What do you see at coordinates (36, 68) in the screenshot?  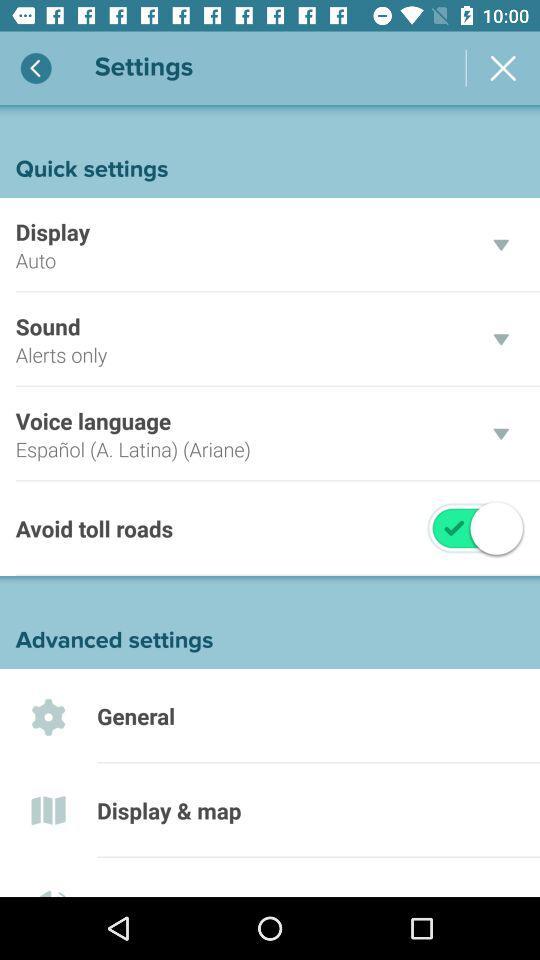 I see `go back` at bounding box center [36, 68].